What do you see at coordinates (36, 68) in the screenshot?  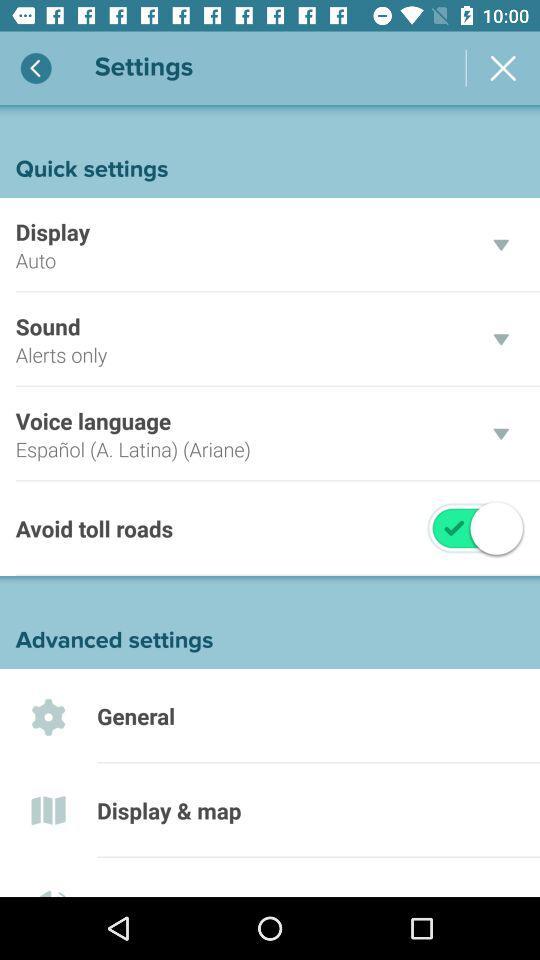 I see `go back` at bounding box center [36, 68].